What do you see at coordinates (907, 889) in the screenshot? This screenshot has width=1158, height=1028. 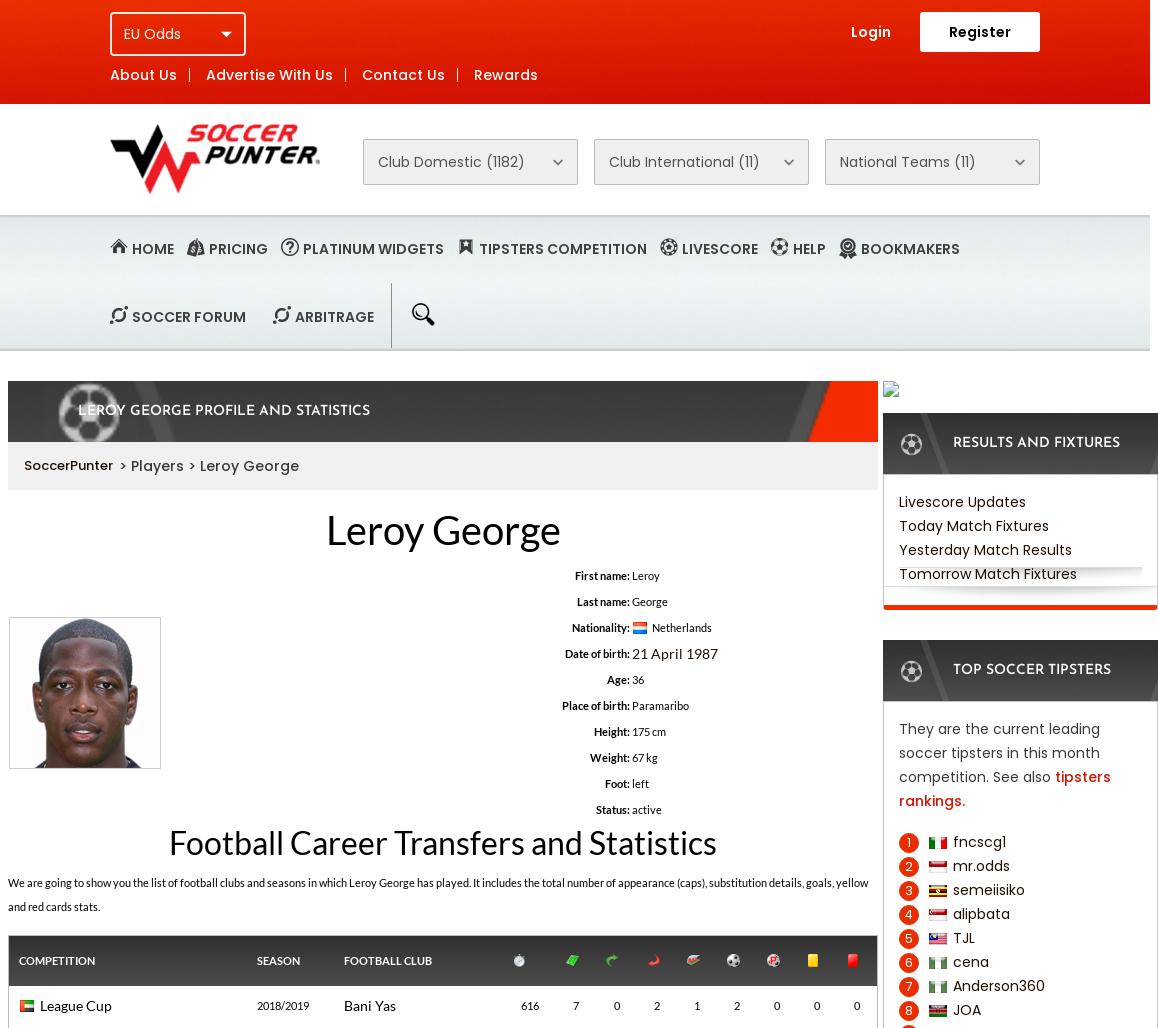 I see `'3'` at bounding box center [907, 889].